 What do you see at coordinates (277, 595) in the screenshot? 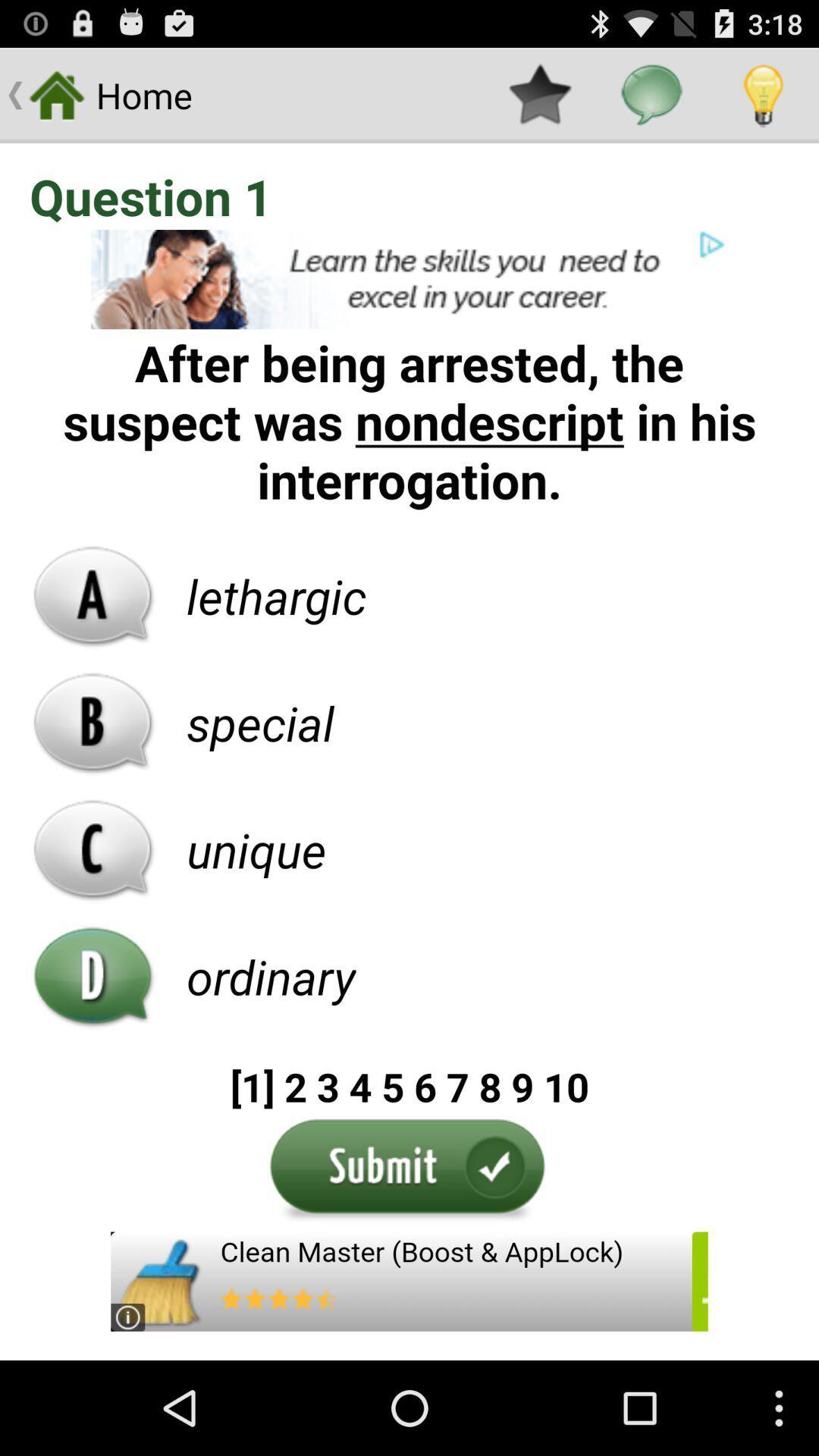
I see `the text above special` at bounding box center [277, 595].